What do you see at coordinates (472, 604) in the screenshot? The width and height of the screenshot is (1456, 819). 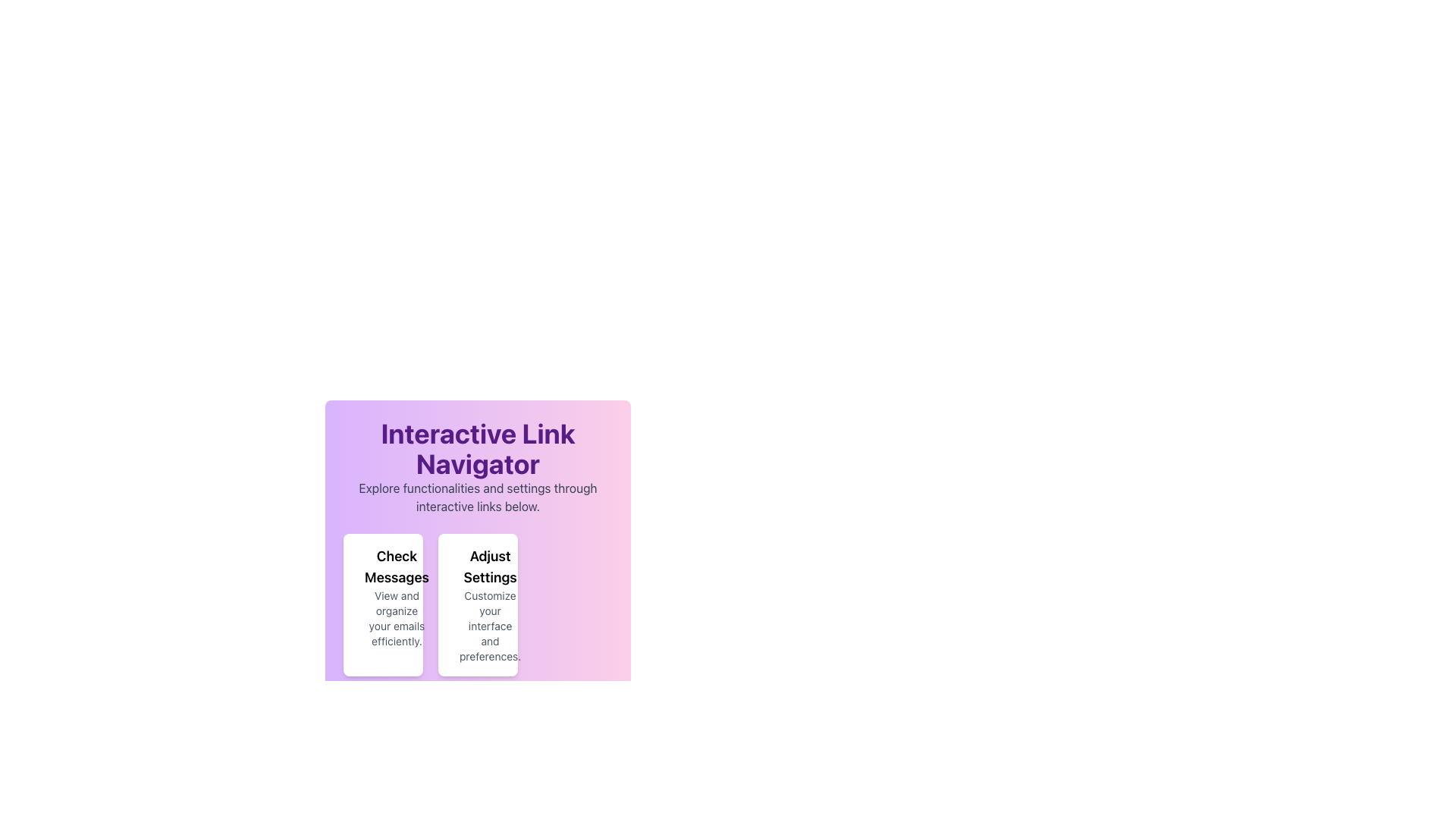 I see `text label that displays 'Go to Settings' located in the 'Adjust Settings' section of the 'Interactive Link Navigator' panel` at bounding box center [472, 604].